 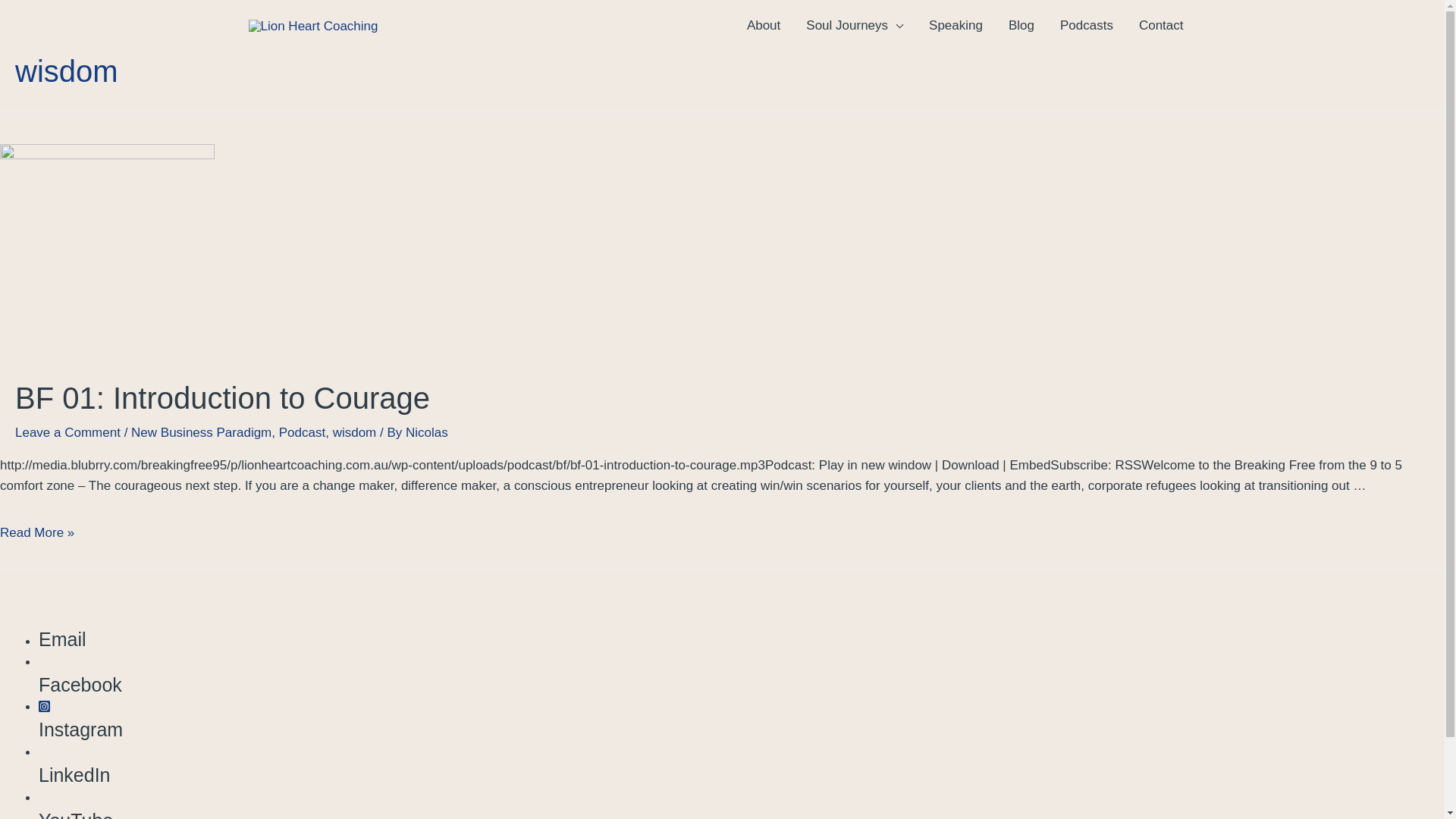 I want to click on 'Email', so click(x=39, y=639).